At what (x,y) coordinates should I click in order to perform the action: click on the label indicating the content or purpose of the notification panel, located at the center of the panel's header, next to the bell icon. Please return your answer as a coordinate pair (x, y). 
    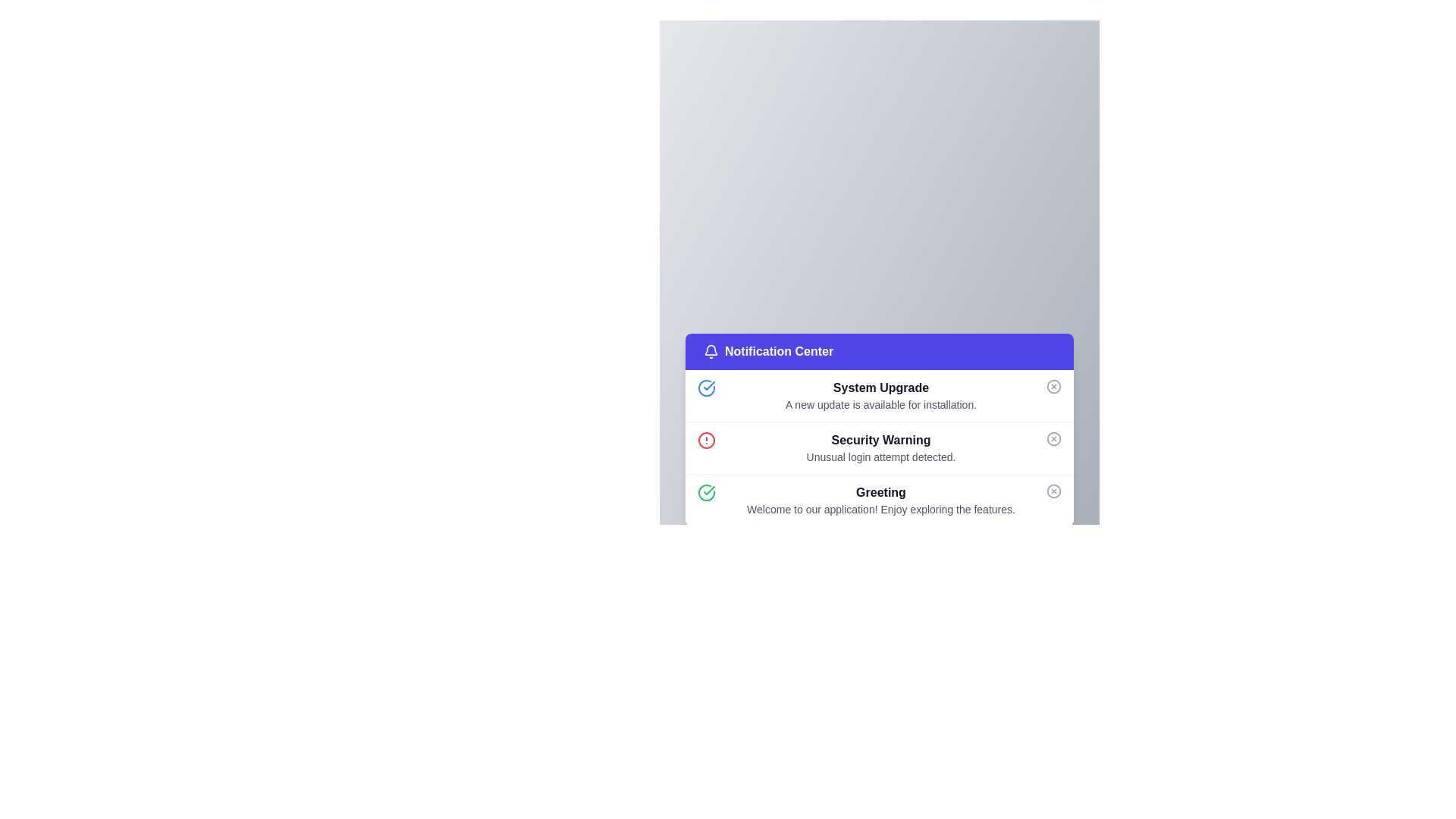
    Looking at the image, I should click on (779, 351).